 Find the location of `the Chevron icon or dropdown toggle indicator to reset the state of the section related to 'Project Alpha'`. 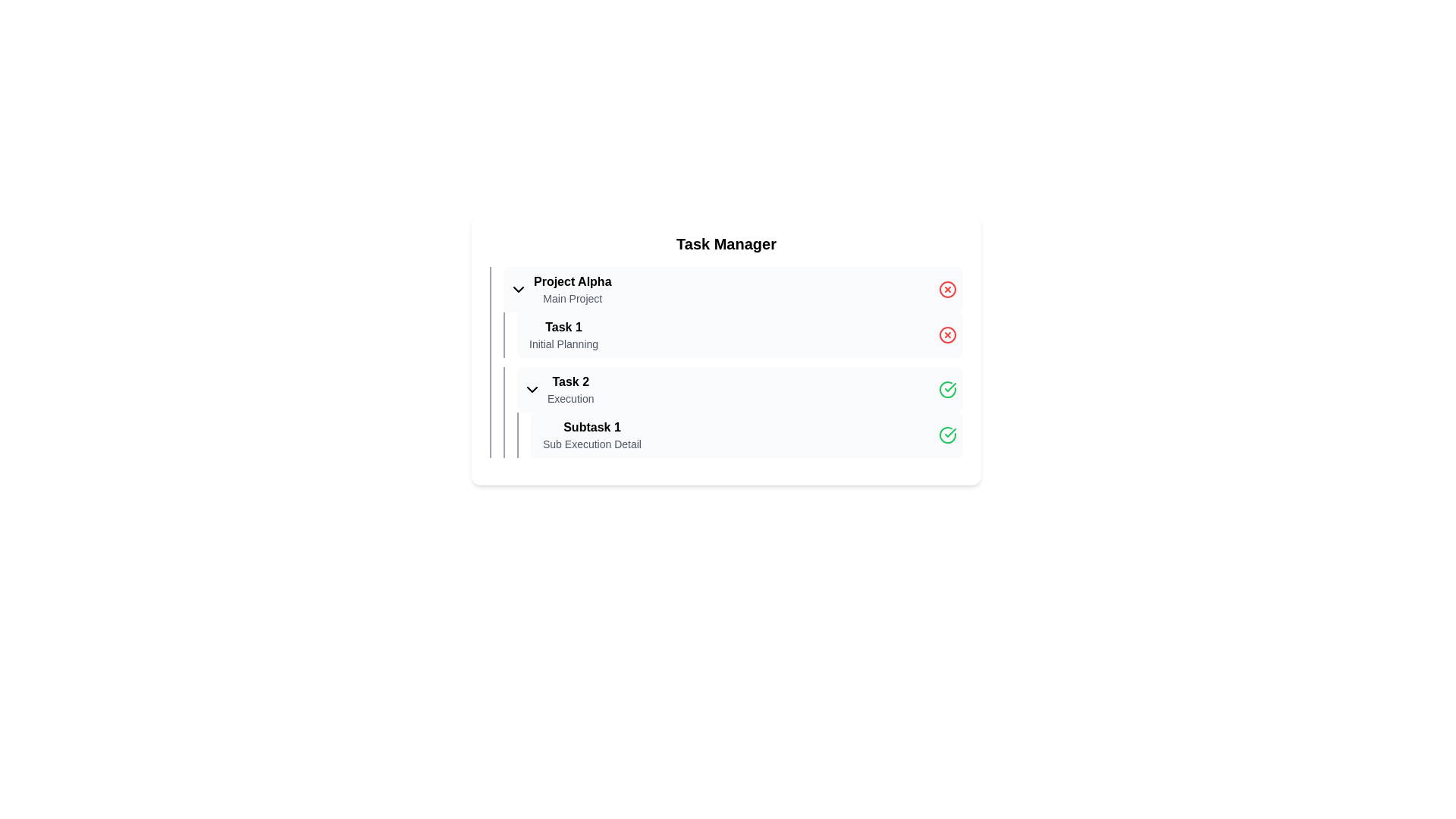

the Chevron icon or dropdown toggle indicator to reset the state of the section related to 'Project Alpha' is located at coordinates (519, 289).